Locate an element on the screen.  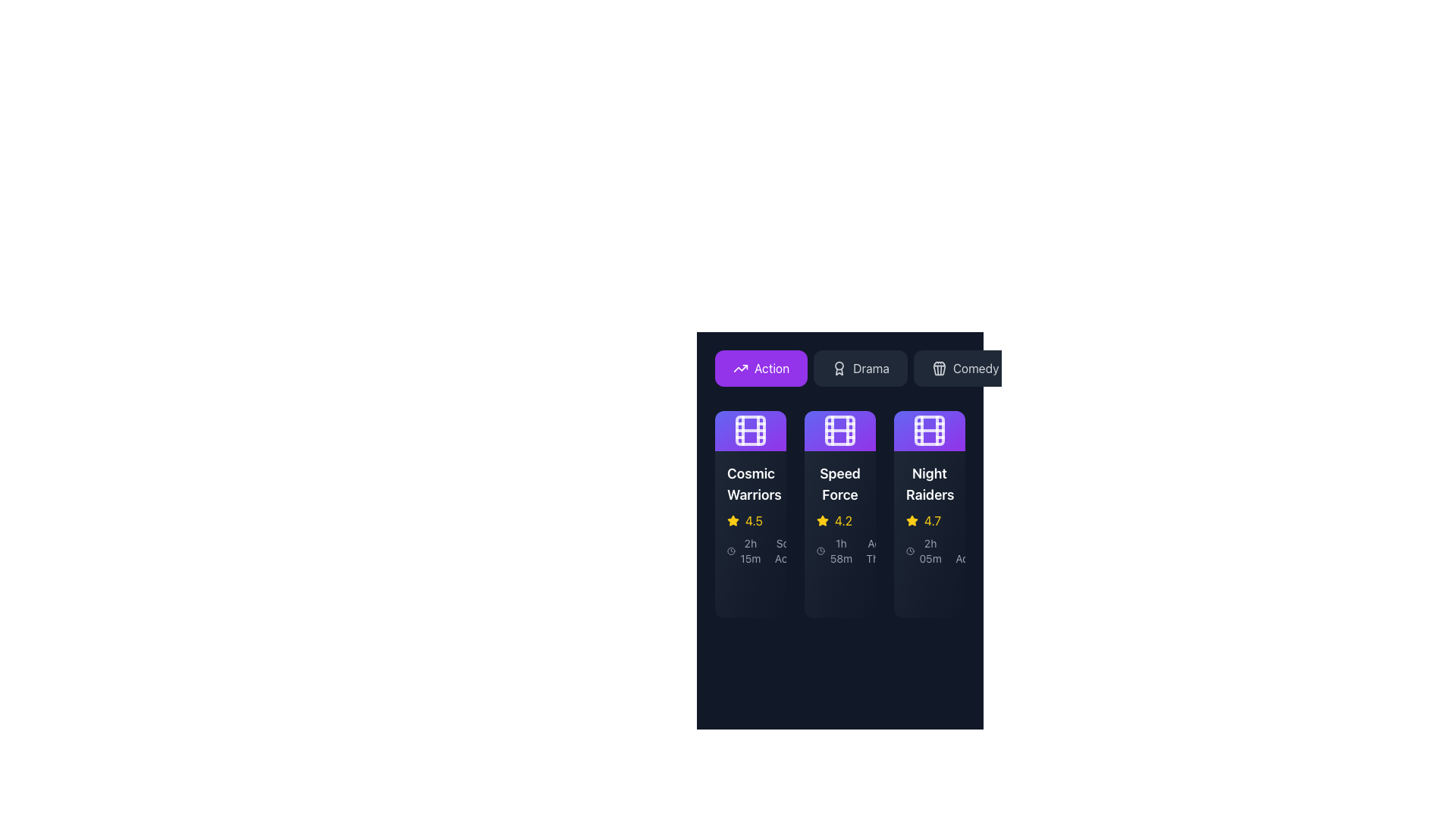
the 'Comedy' category label located in the upper-right section of the interface is located at coordinates (975, 369).